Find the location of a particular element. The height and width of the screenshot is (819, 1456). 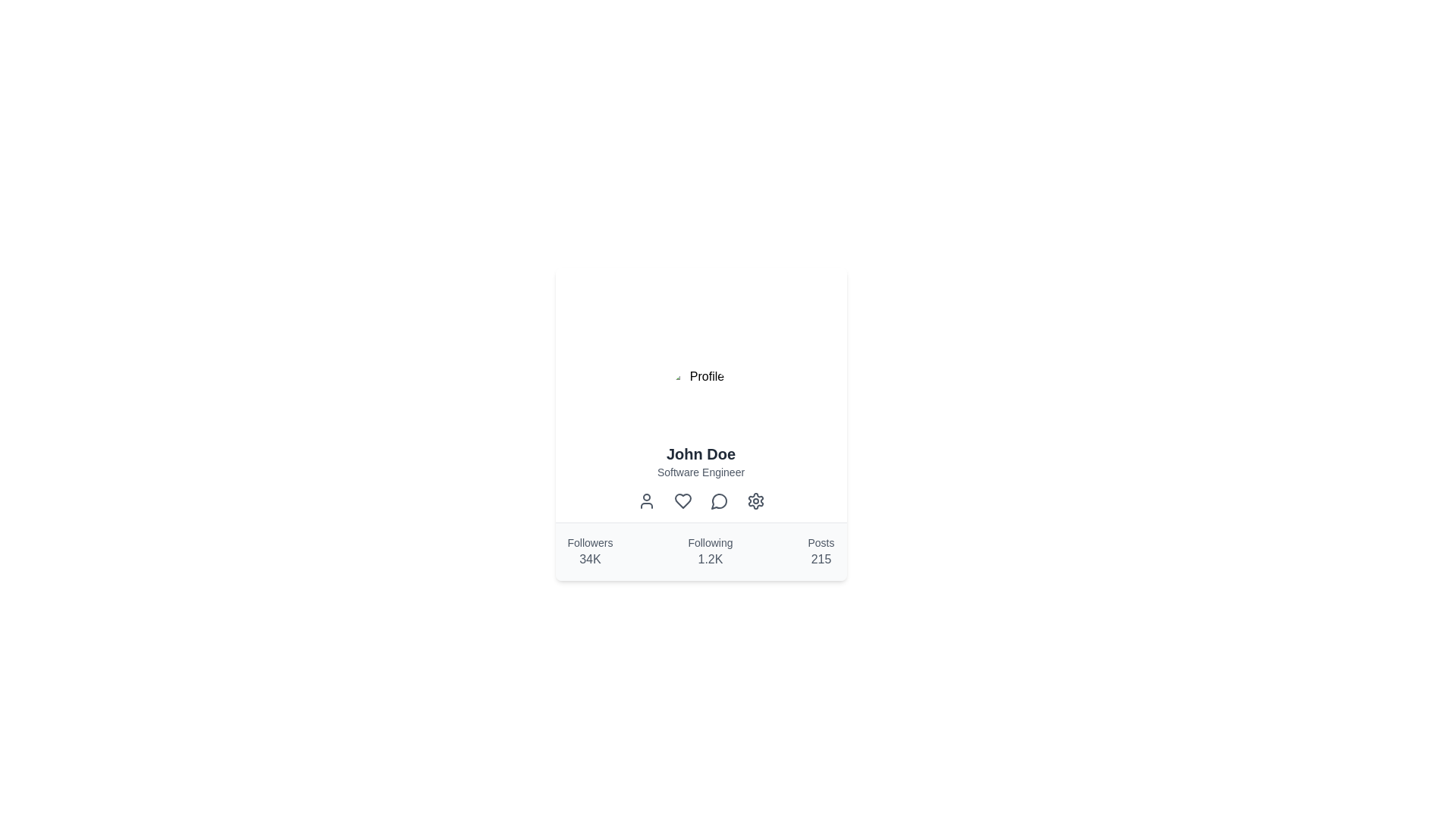

the heart icon, which is the second interactive icon from the left beneath the username 'John Doe' and job title 'Software Engineer' is located at coordinates (682, 500).